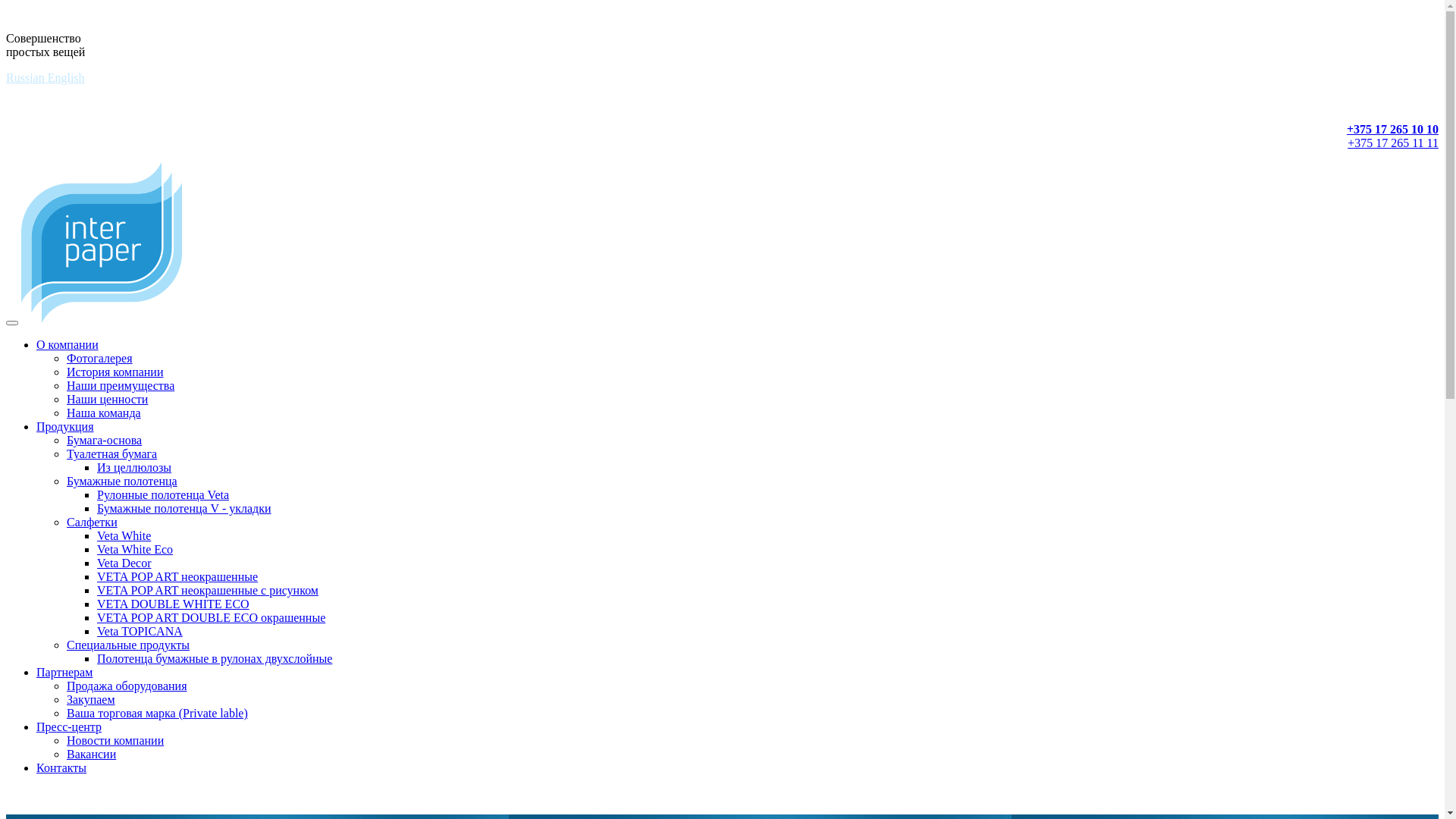 Image resolution: width=1456 pixels, height=819 pixels. What do you see at coordinates (173, 603) in the screenshot?
I see `'VETA DOUBLE WHITE ECO'` at bounding box center [173, 603].